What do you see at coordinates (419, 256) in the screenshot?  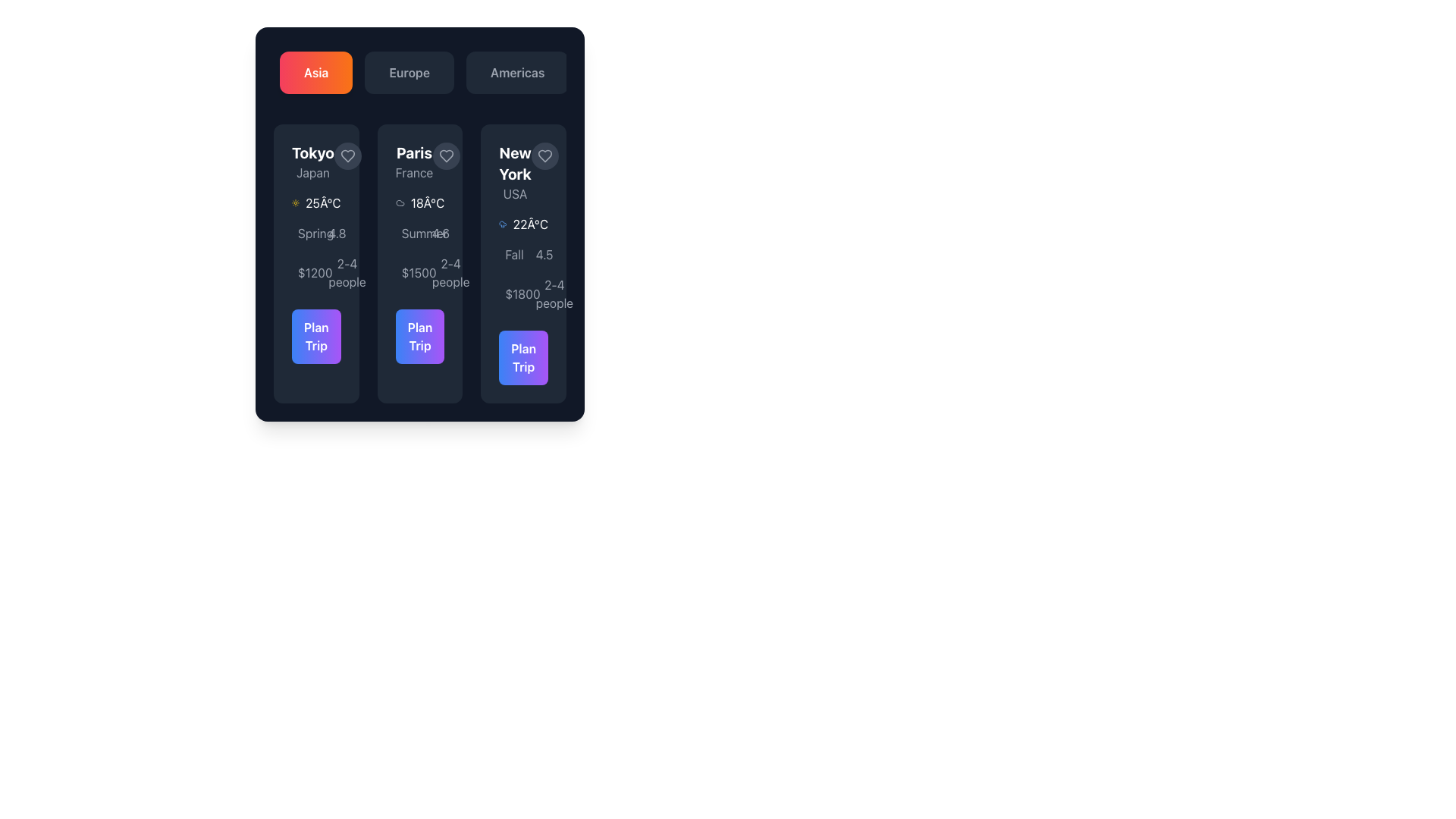 I see `detailed information displayed in the informational component about the travel destination in the Paris section, located below the temperature '18°C' and above the 'Plan Trip' button` at bounding box center [419, 256].